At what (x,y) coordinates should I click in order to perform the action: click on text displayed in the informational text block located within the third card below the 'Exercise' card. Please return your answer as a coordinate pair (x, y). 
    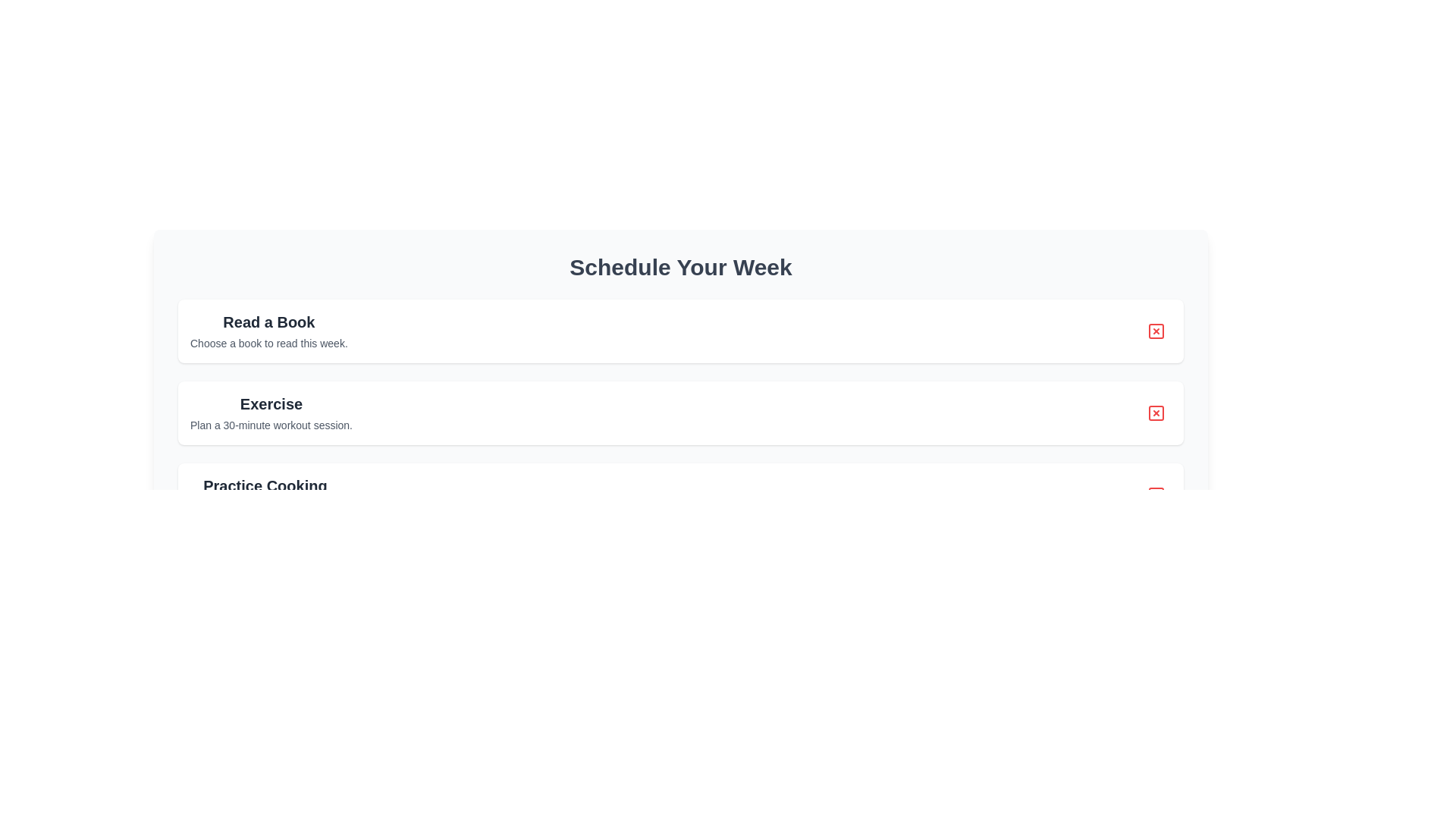
    Looking at the image, I should click on (265, 494).